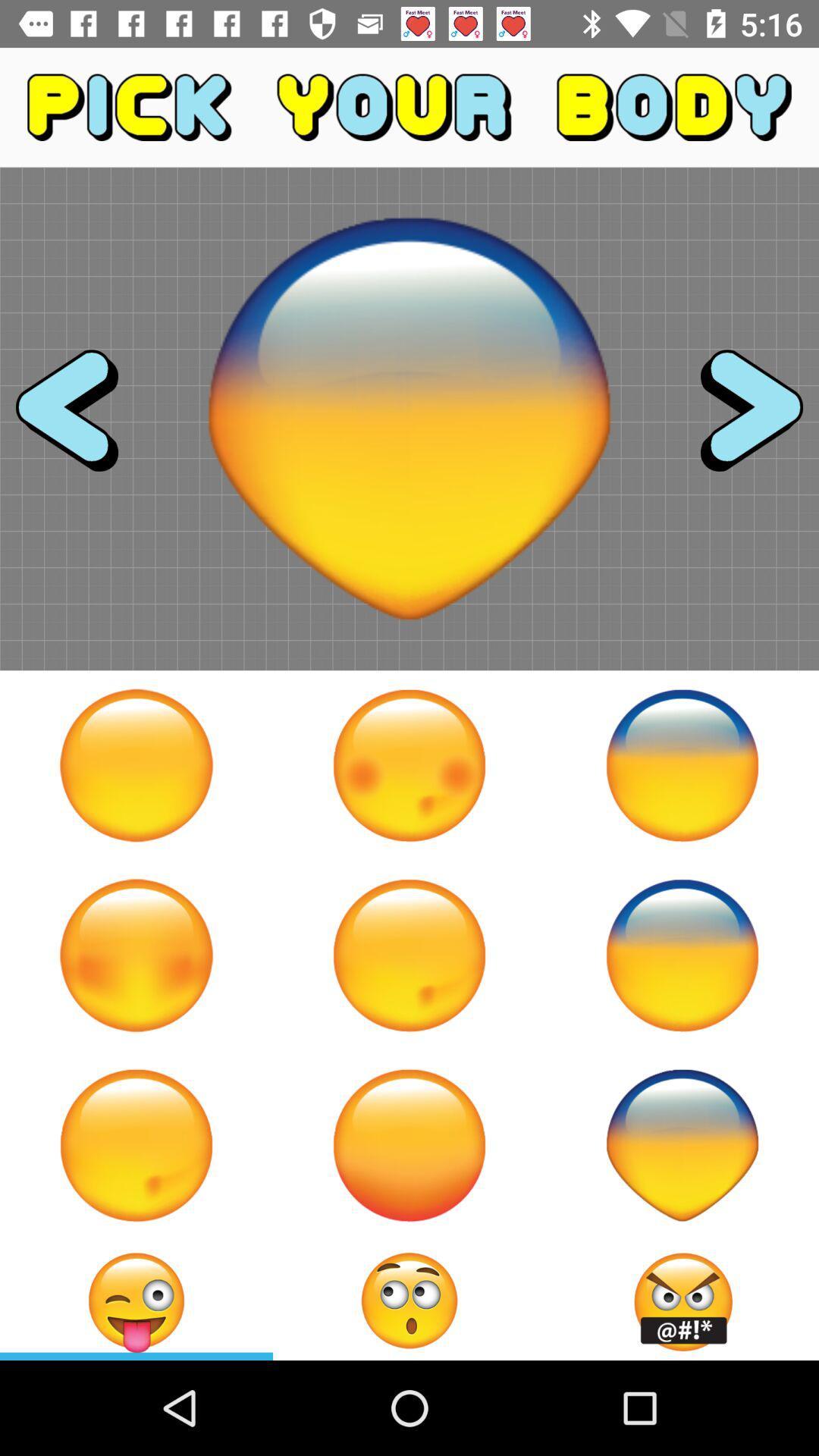 This screenshot has height=1456, width=819. I want to click on go back, so click(80, 419).